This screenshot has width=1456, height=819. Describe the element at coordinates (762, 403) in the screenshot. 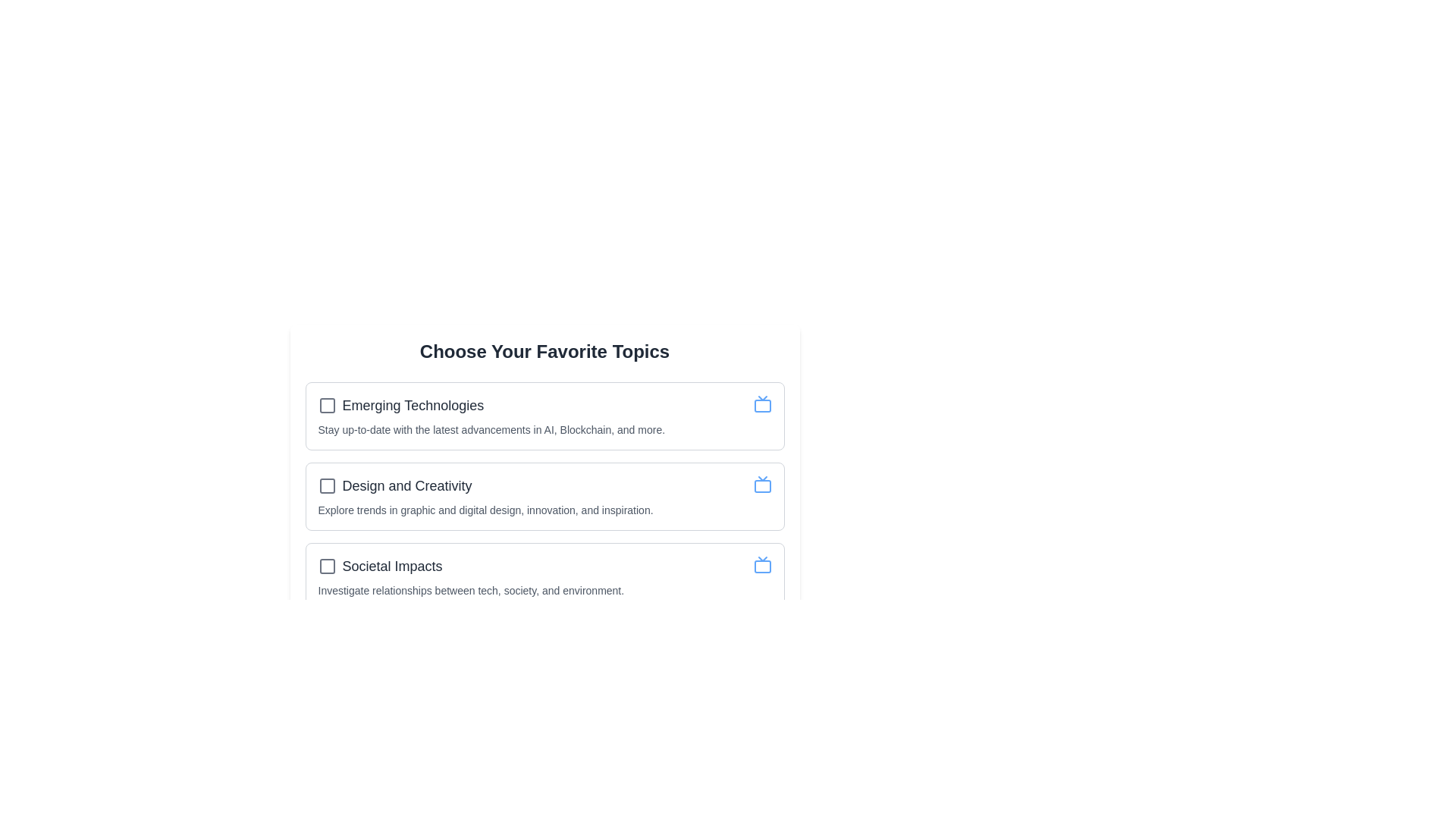

I see `the icon representing 'Emerging Technologies' located on the far right of the corresponding row, aligned with its textual description` at that location.